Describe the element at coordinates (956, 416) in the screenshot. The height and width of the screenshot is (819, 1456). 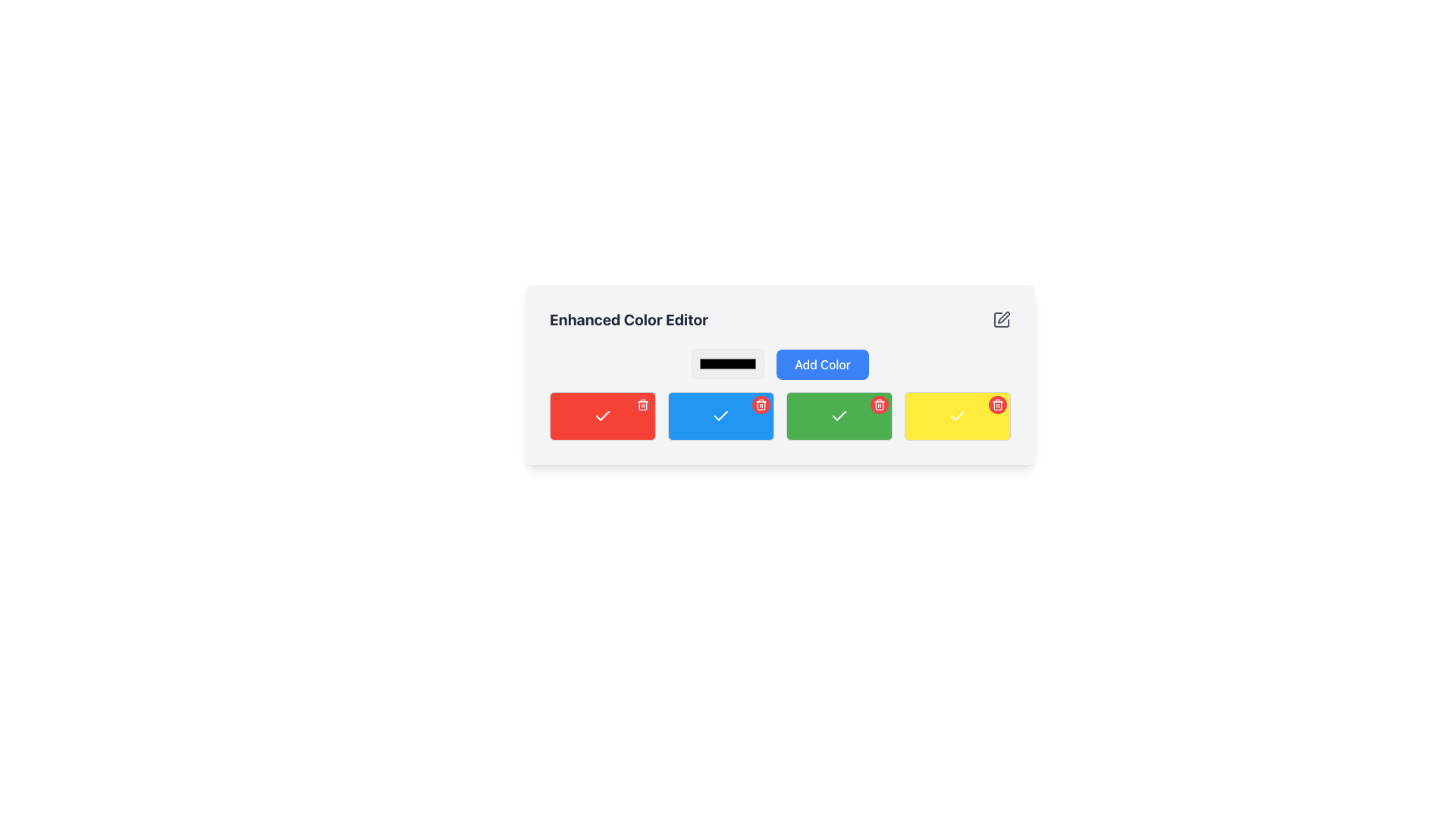
I see `the check mark icon located within the yellow button at the rightmost position in the 'Enhanced Color Editor' panel` at that location.